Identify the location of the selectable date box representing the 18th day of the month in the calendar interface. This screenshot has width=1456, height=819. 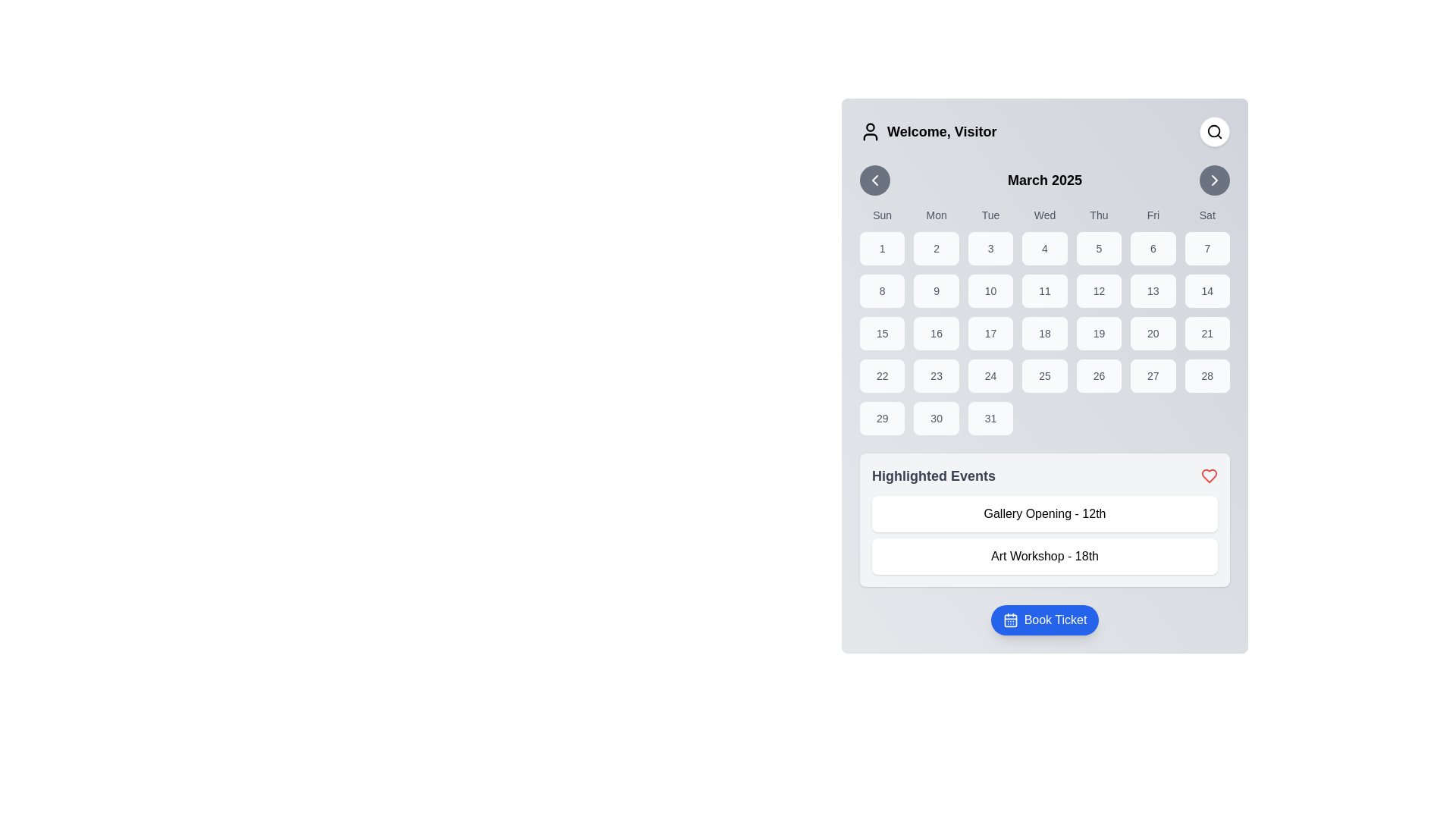
(1043, 332).